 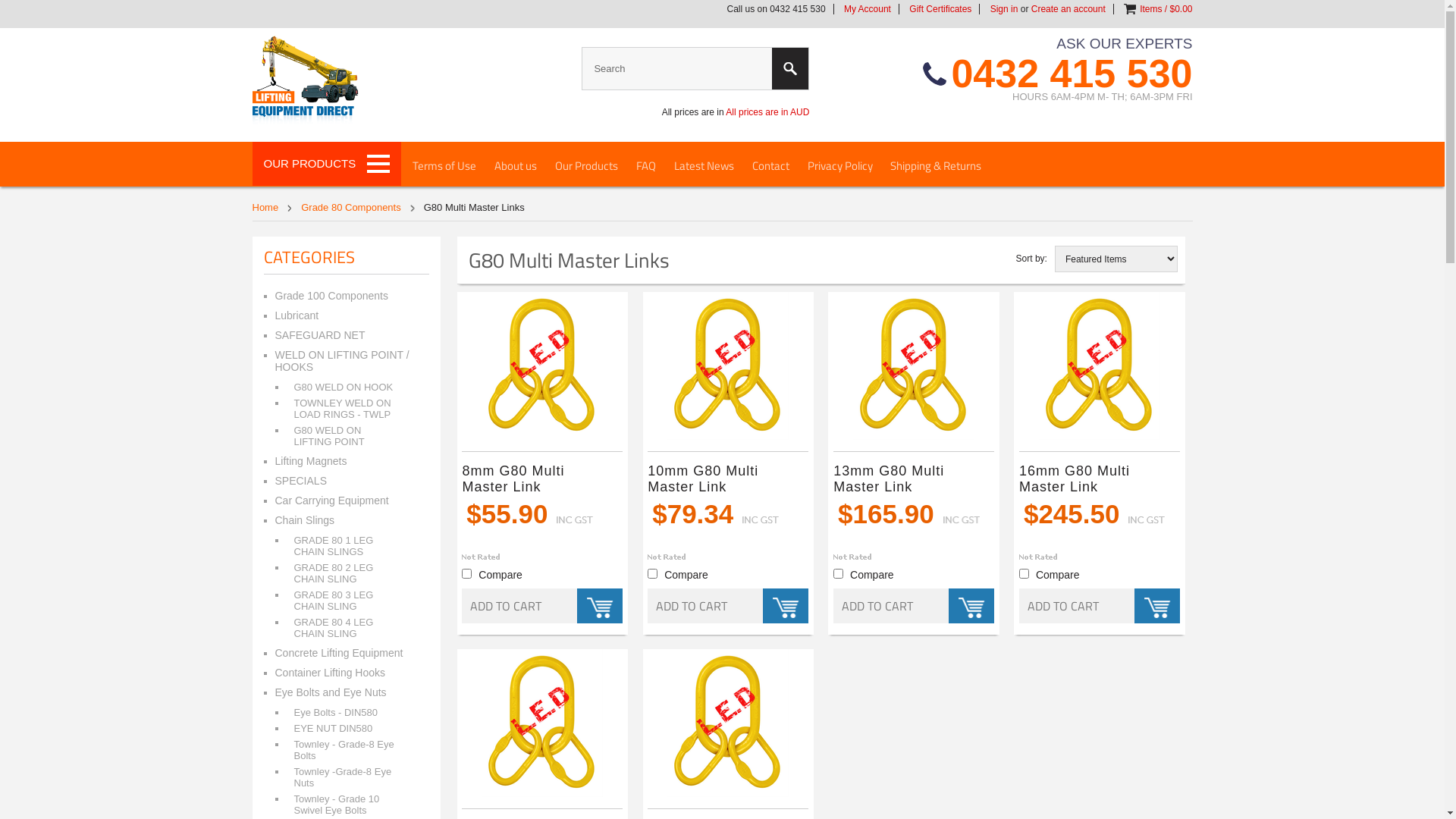 What do you see at coordinates (346, 408) in the screenshot?
I see `'TOWNLEY WELD ON LOAD RINGS - TWLP'` at bounding box center [346, 408].